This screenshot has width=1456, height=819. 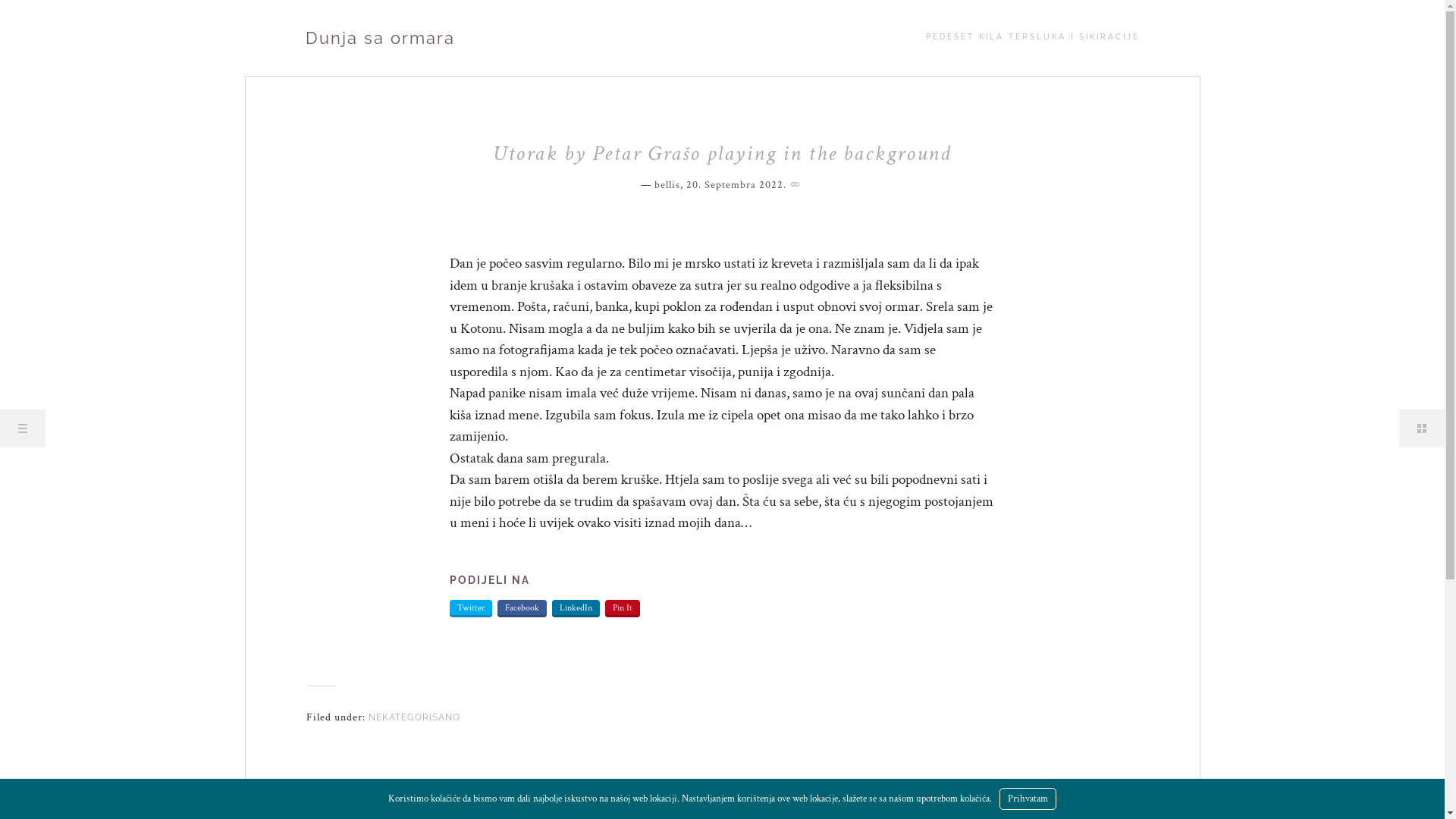 I want to click on '20. Septembra 2022.', so click(x=684, y=184).